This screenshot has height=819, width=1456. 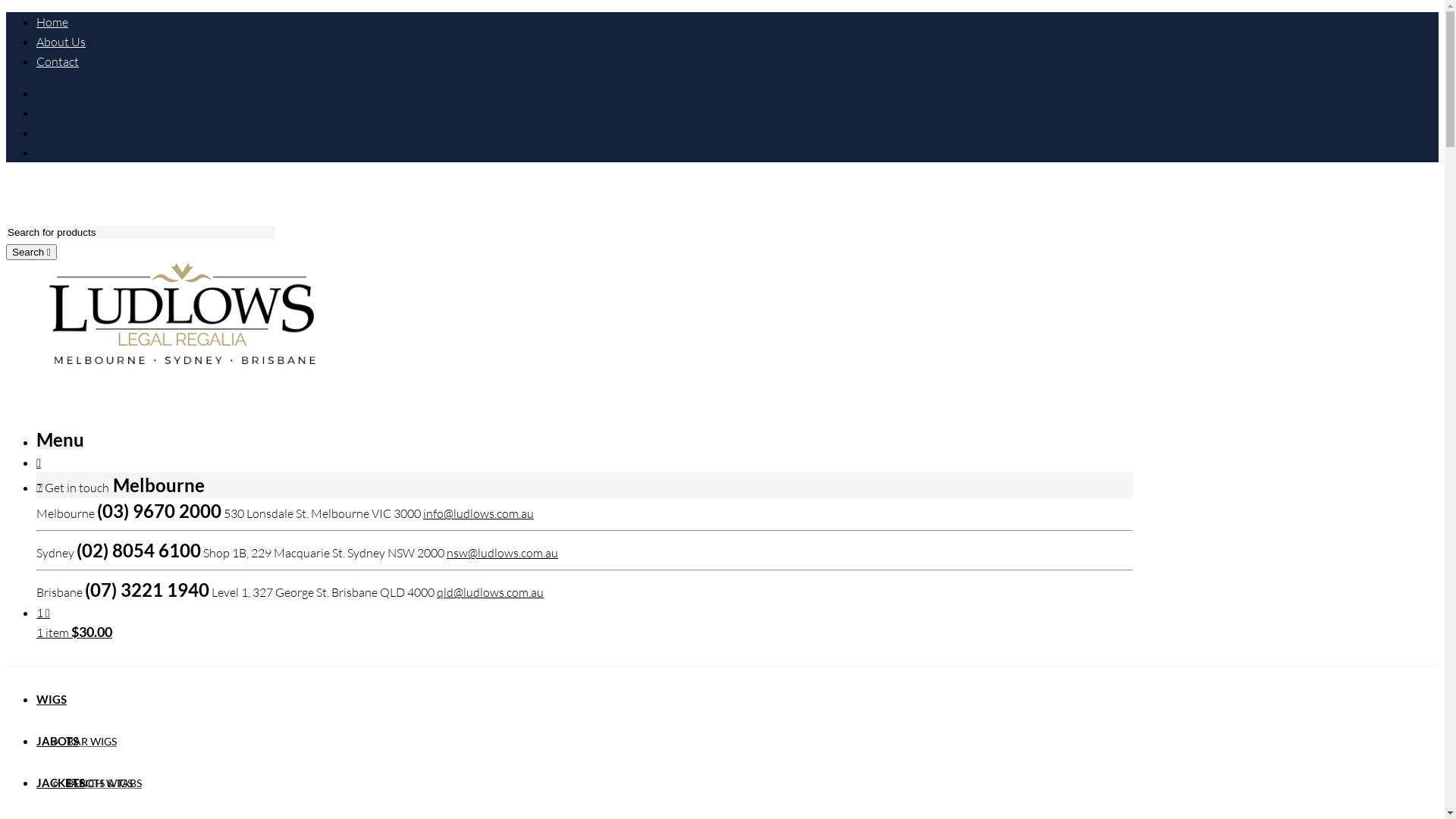 What do you see at coordinates (60, 441) in the screenshot?
I see `'Menu'` at bounding box center [60, 441].